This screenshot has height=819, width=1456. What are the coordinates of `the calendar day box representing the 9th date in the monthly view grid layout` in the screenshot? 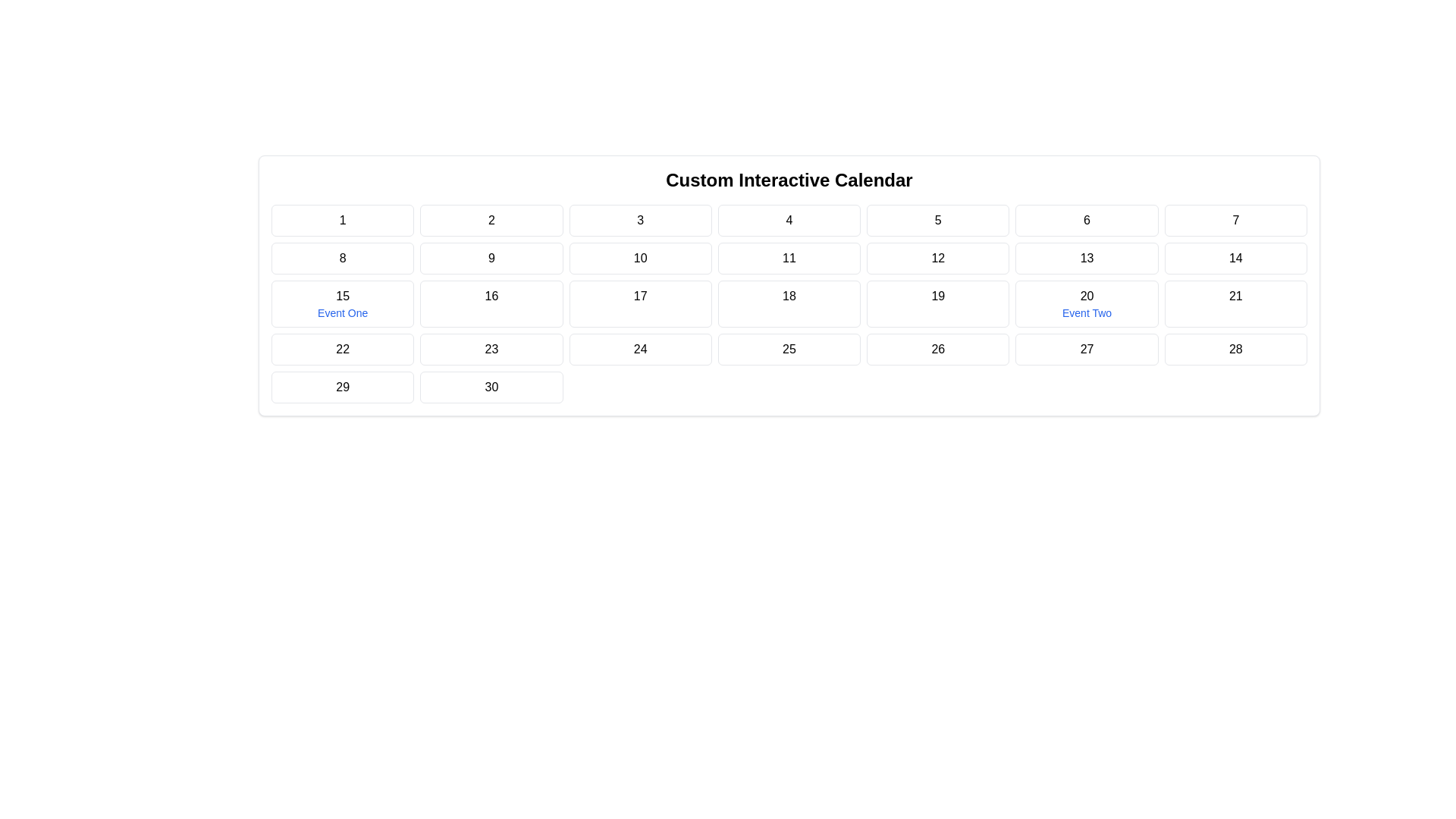 It's located at (491, 257).